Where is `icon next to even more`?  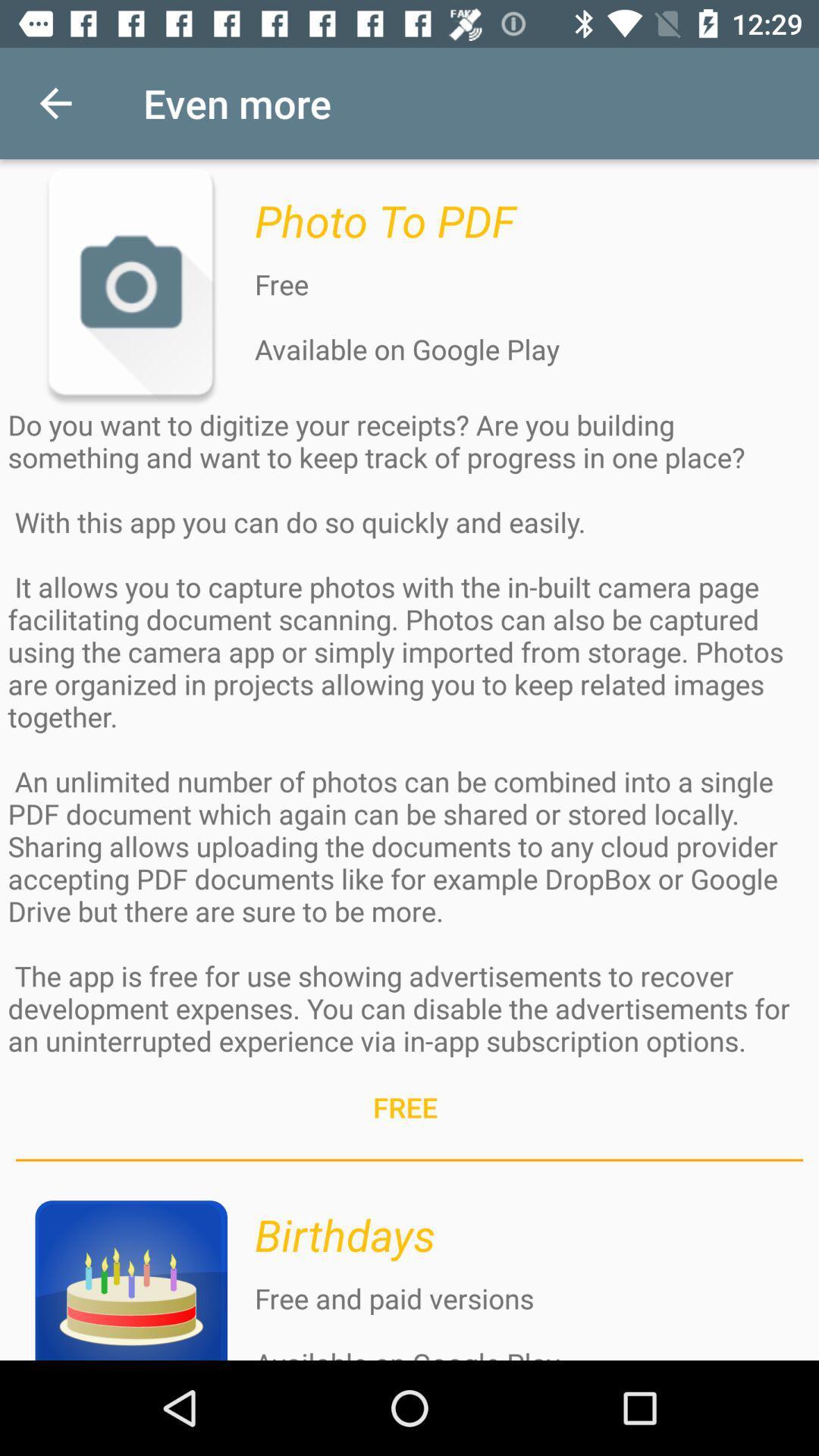 icon next to even more is located at coordinates (55, 102).